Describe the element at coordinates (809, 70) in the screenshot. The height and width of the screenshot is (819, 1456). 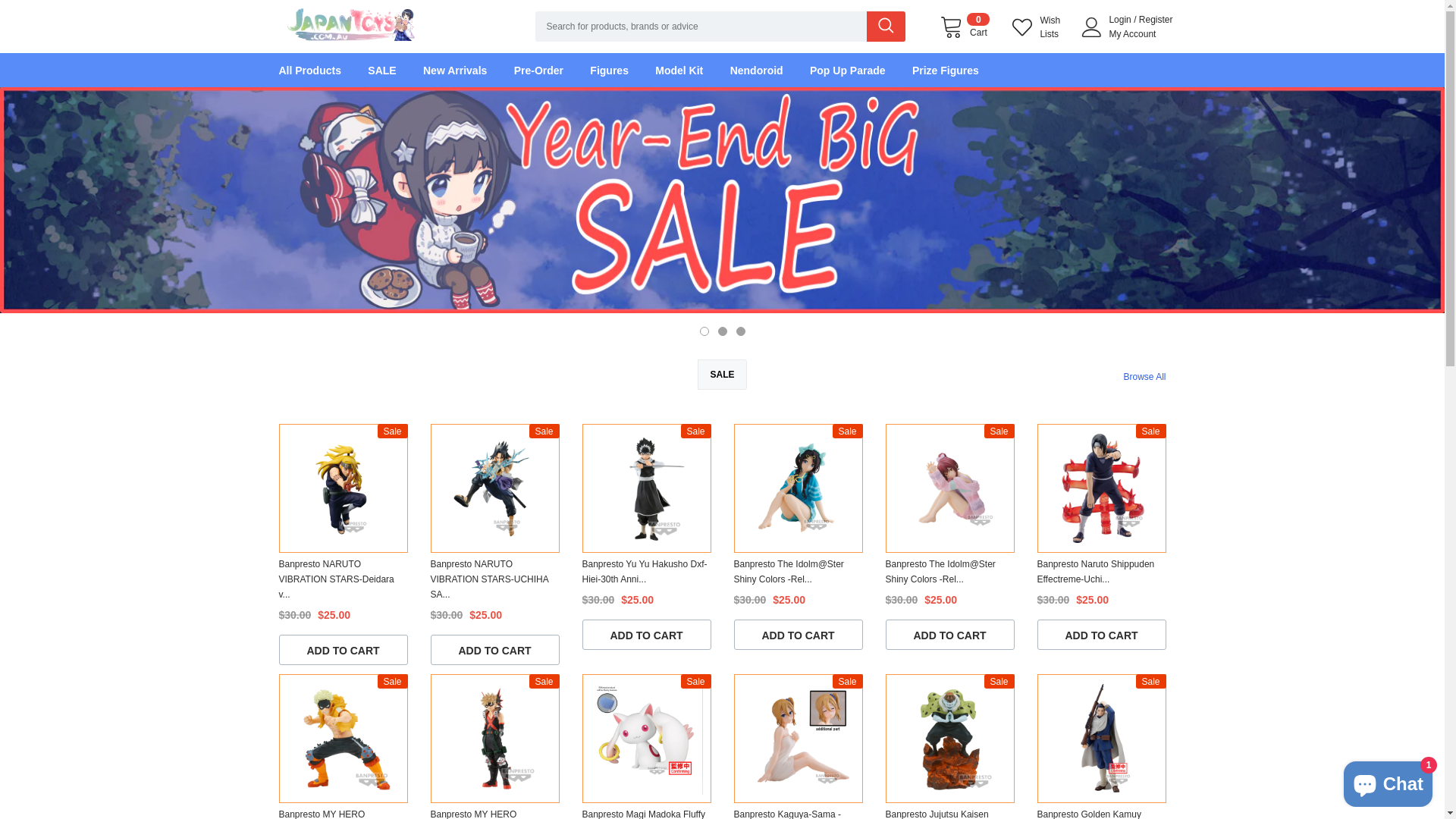
I see `'Pop Up Parade'` at that location.